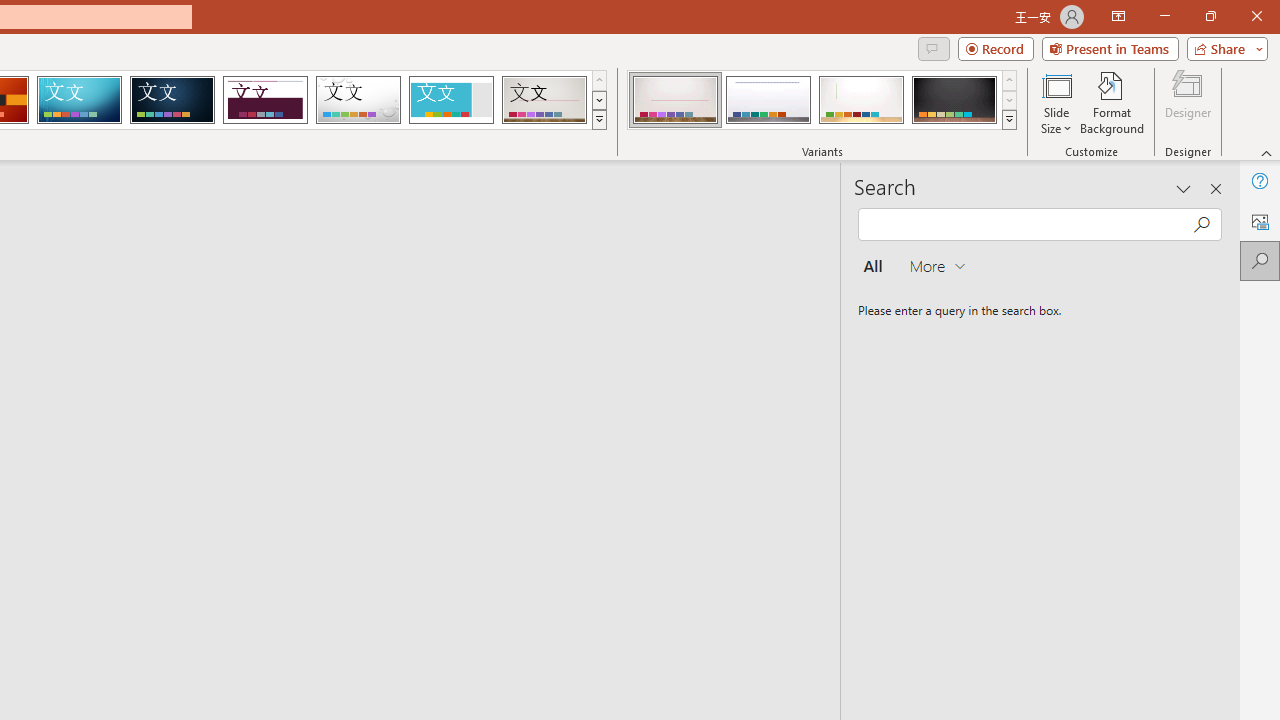 The width and height of the screenshot is (1280, 720). I want to click on 'Gallery Variant 4', so click(953, 100).